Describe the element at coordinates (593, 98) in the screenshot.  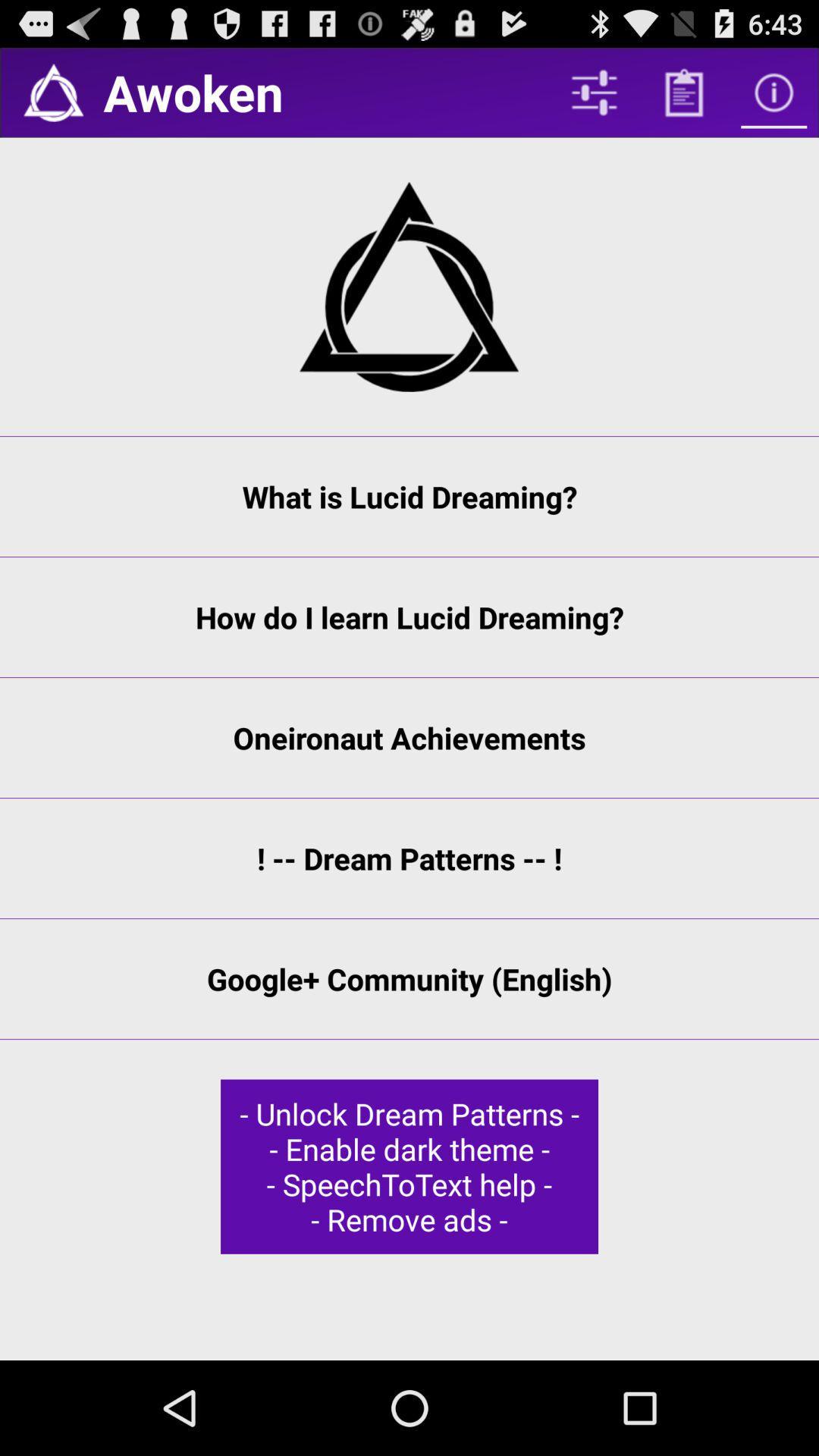
I see `the sliders icon` at that location.